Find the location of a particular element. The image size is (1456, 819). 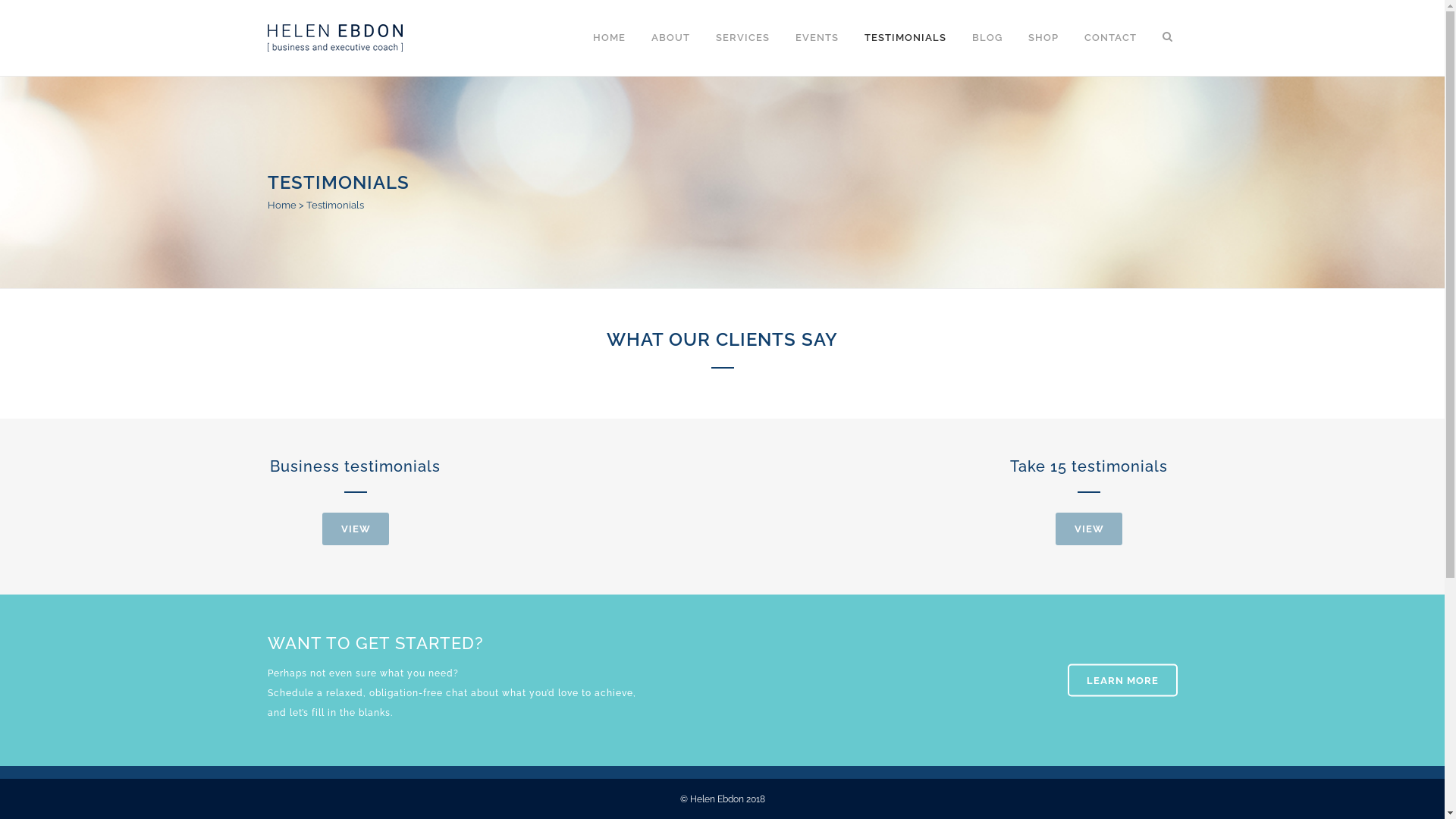

'CONTACT' is located at coordinates (1069, 37).